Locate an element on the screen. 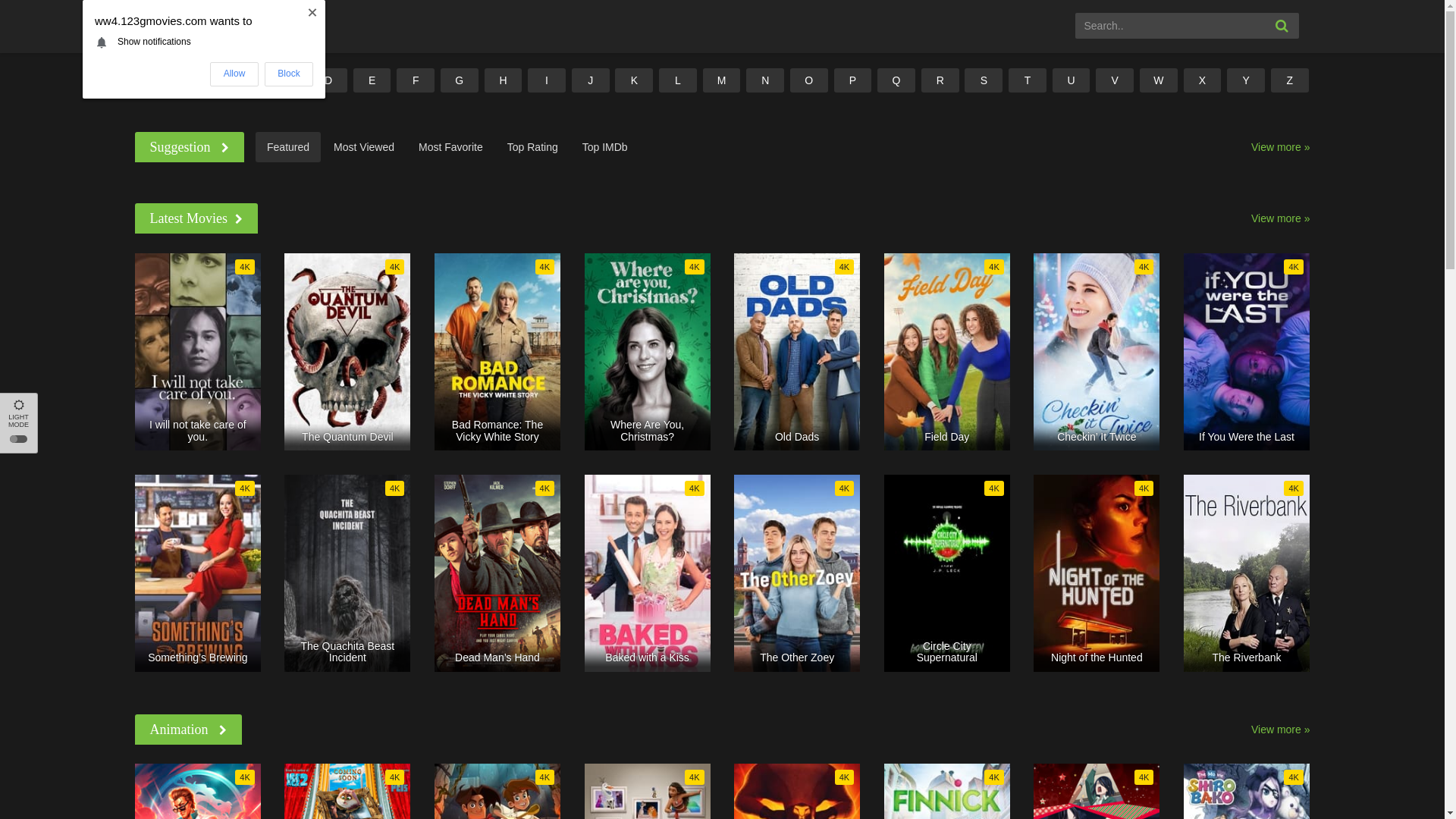  'Z' is located at coordinates (1288, 80).